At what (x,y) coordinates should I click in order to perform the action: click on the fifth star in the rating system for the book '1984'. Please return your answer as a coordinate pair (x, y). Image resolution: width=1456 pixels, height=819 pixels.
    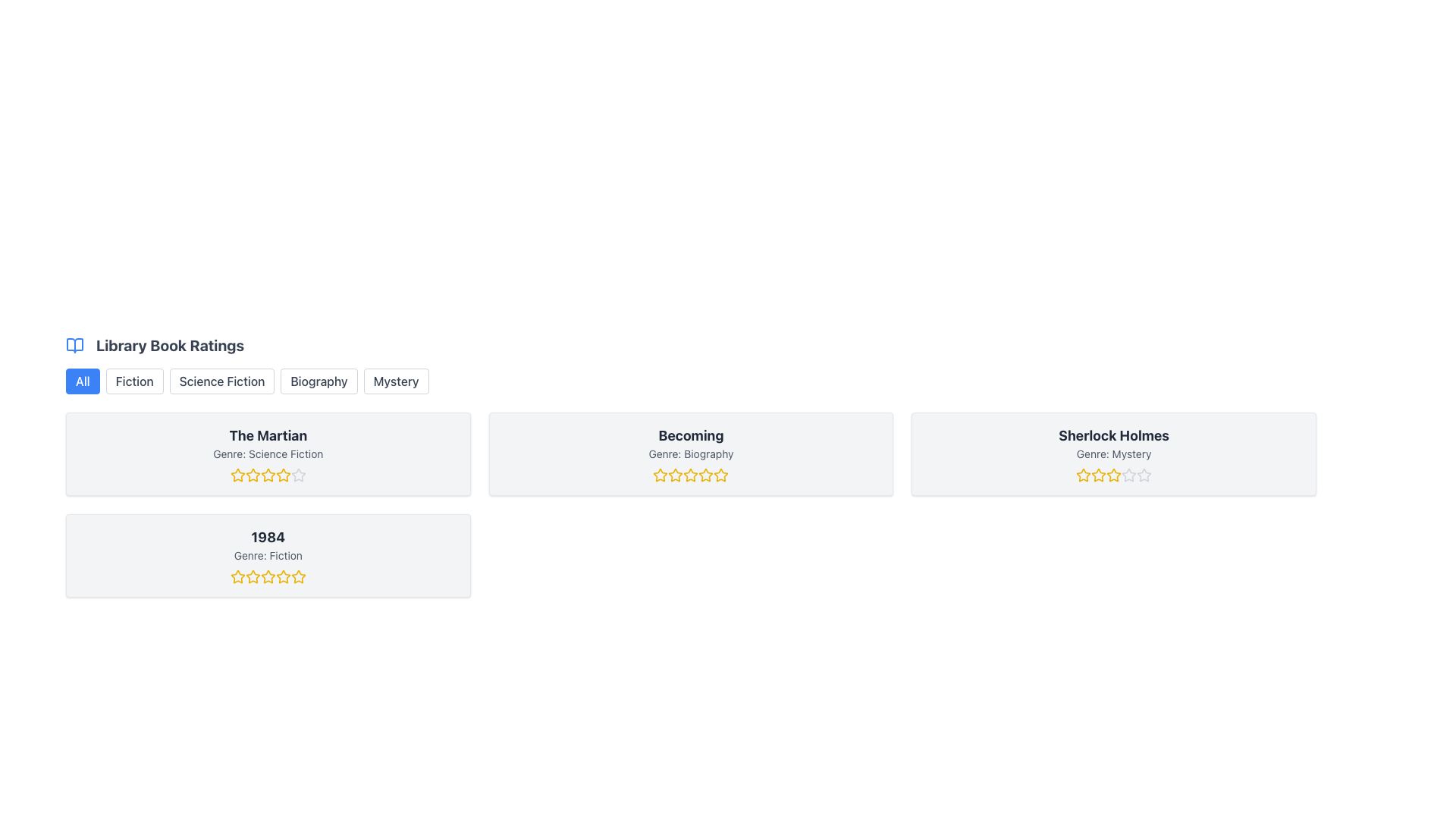
    Looking at the image, I should click on (298, 576).